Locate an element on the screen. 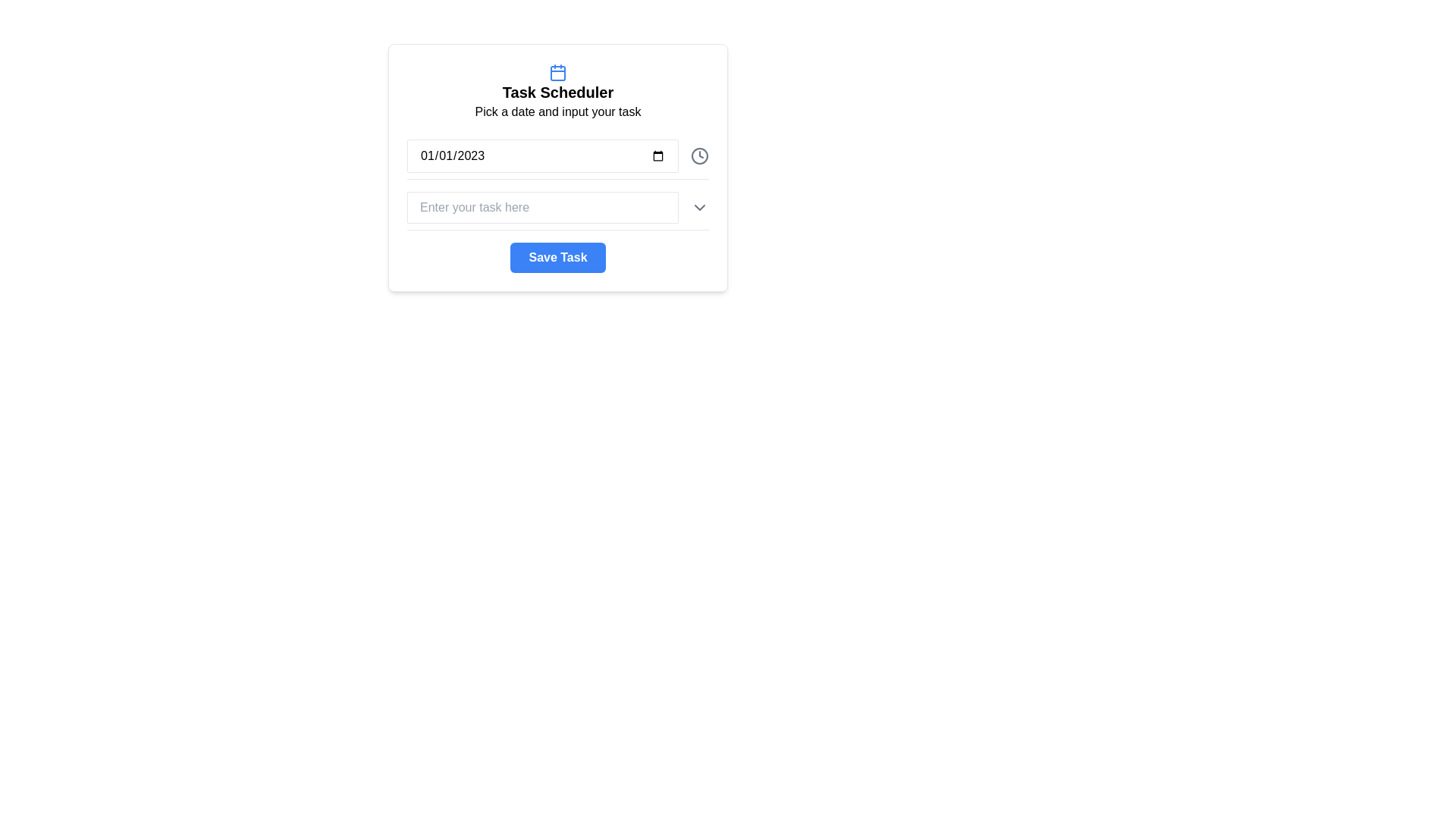  the central pivot circle of the clock icon located to the right of the date input field is located at coordinates (698, 155).